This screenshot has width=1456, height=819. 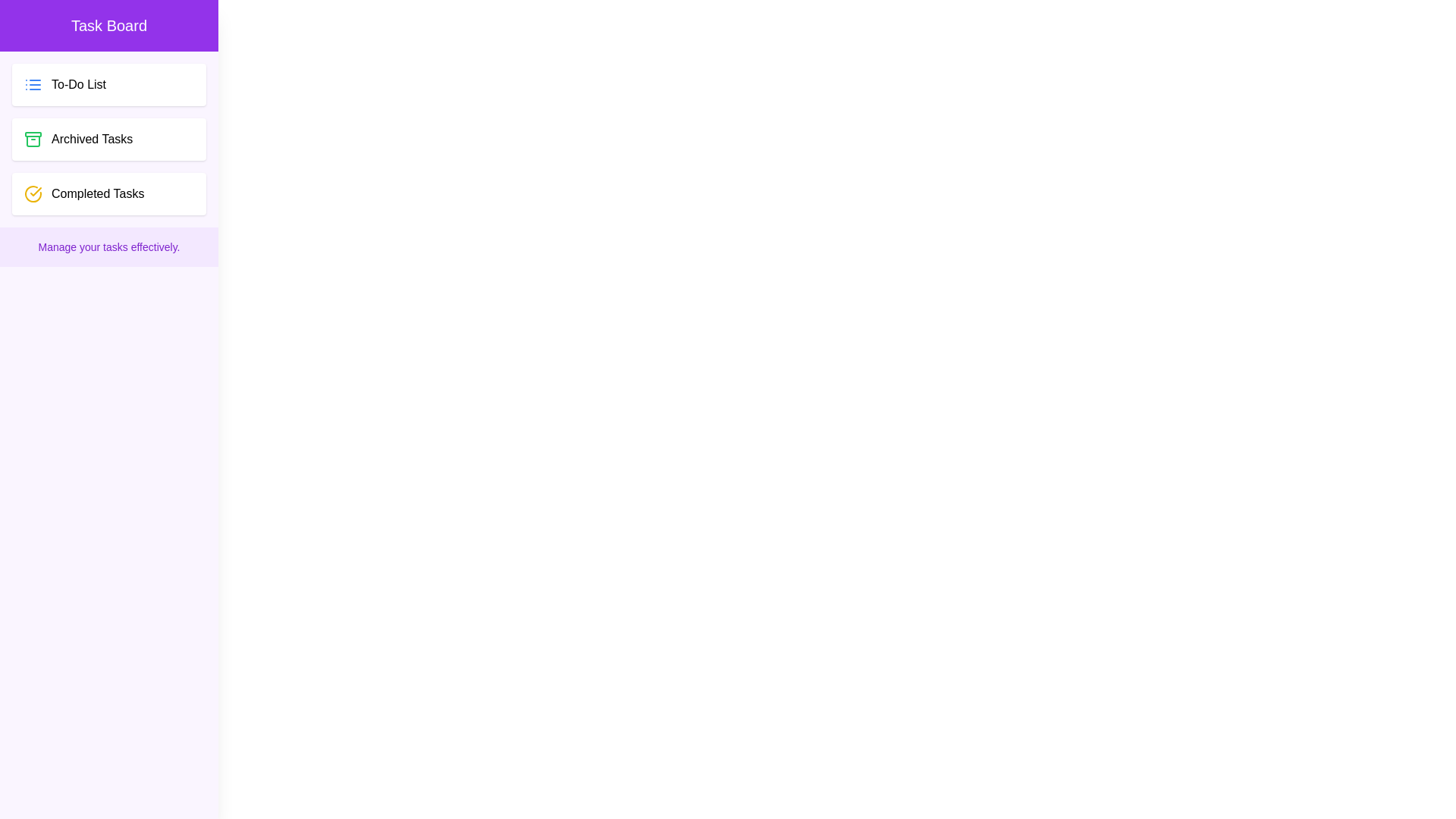 I want to click on the informational text at the bottom of the drawer, so click(x=108, y=246).